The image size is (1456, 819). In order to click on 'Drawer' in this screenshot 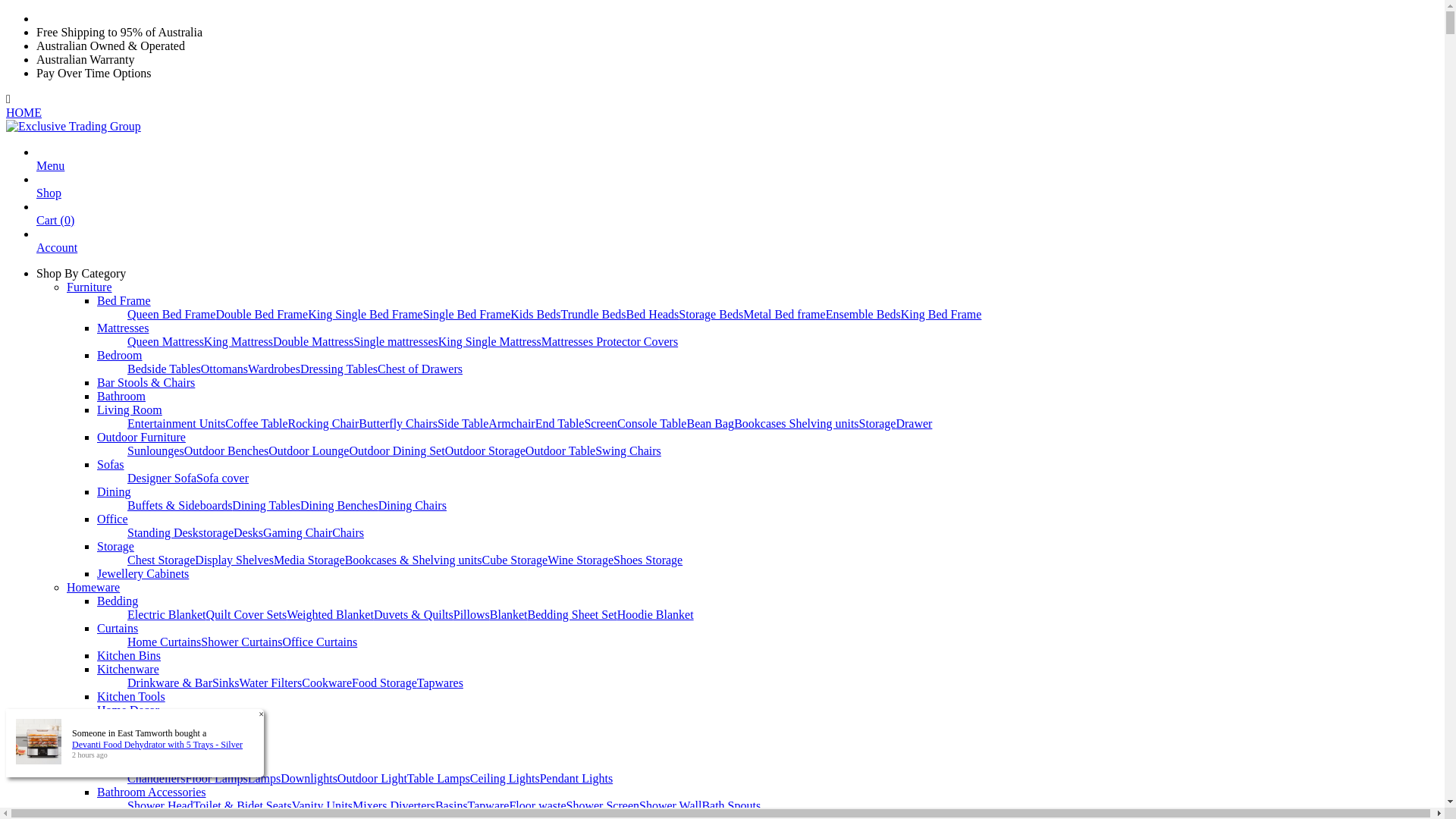, I will do `click(912, 423)`.